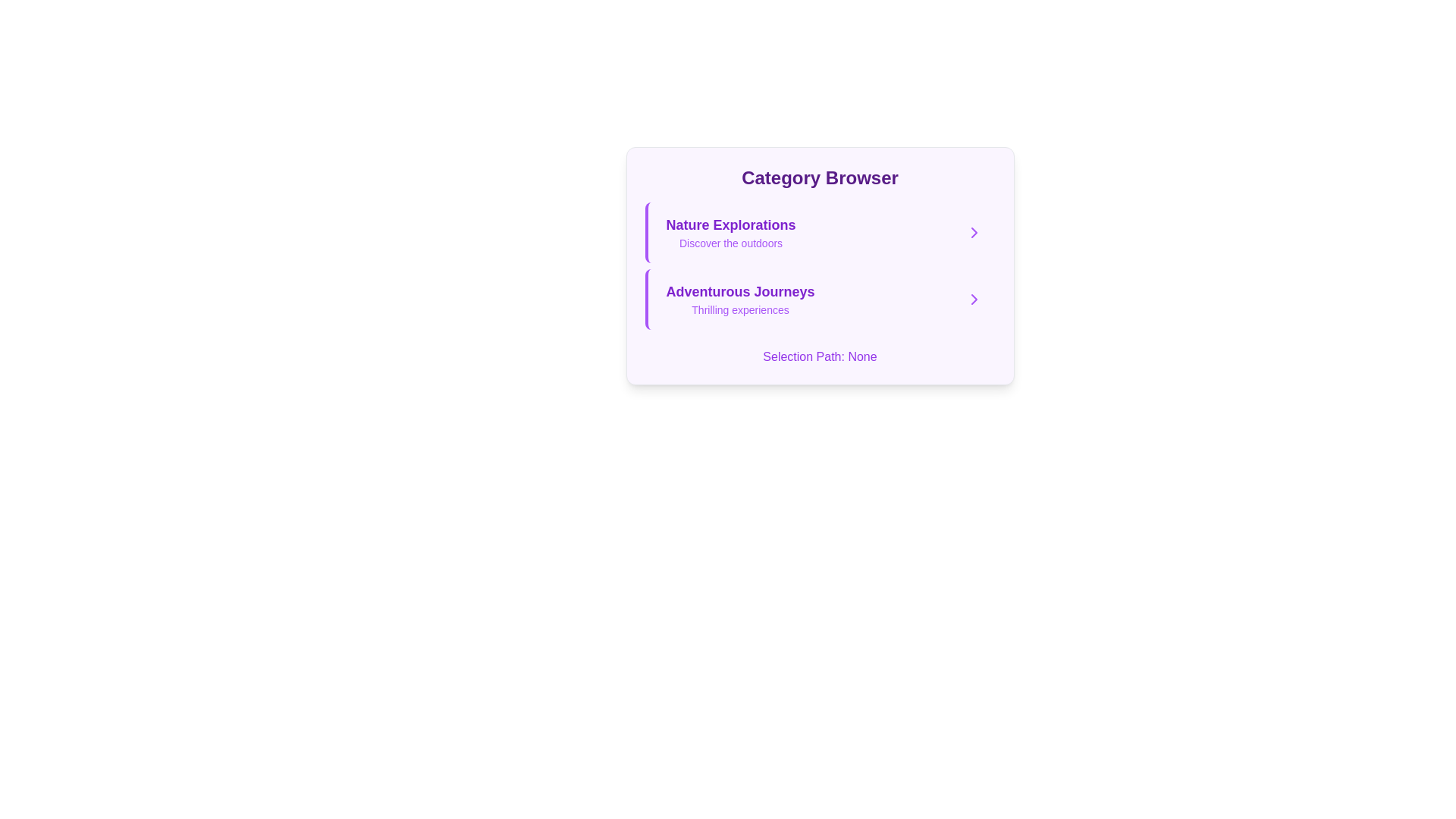 This screenshot has height=819, width=1456. What do you see at coordinates (974, 299) in the screenshot?
I see `the navigation icon/button located to the far right of the 'Adventurous Journeys' entry with the subtitle 'Thrilling experiences'` at bounding box center [974, 299].